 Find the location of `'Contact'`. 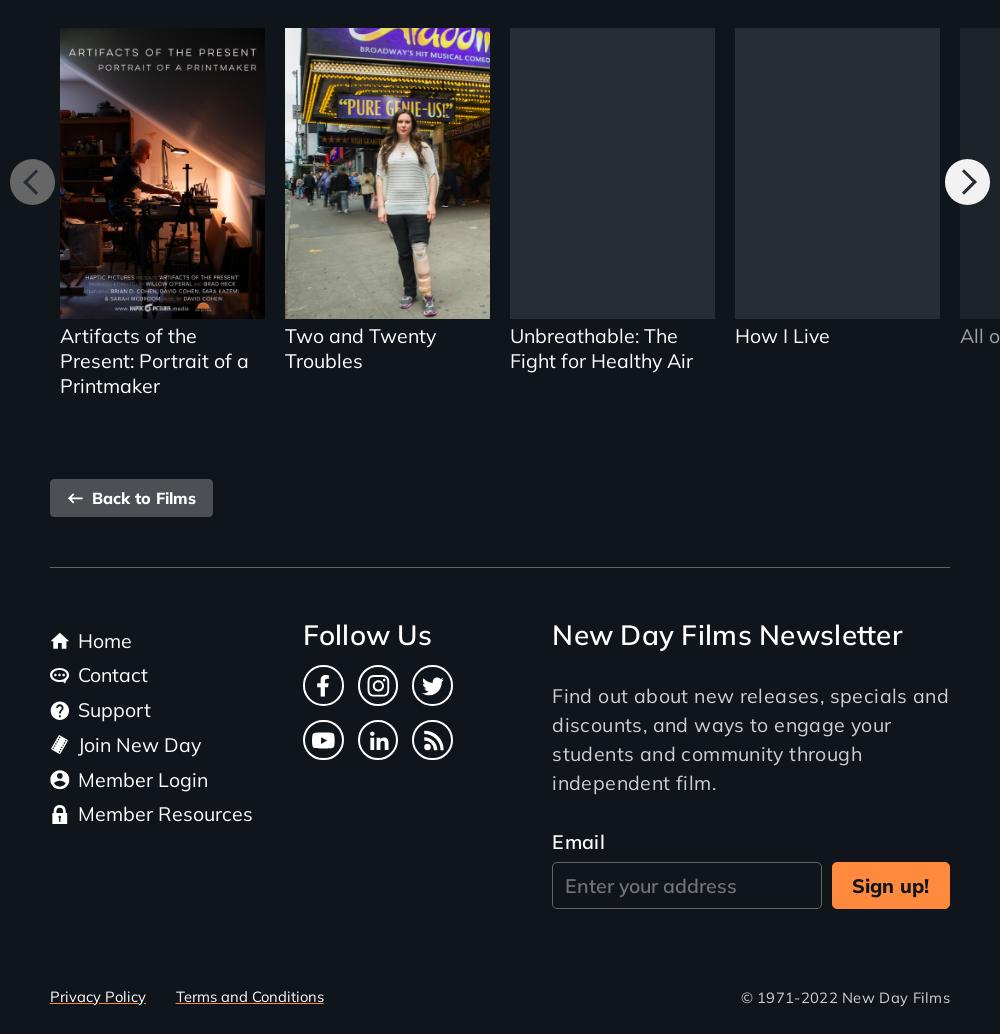

'Contact' is located at coordinates (112, 674).